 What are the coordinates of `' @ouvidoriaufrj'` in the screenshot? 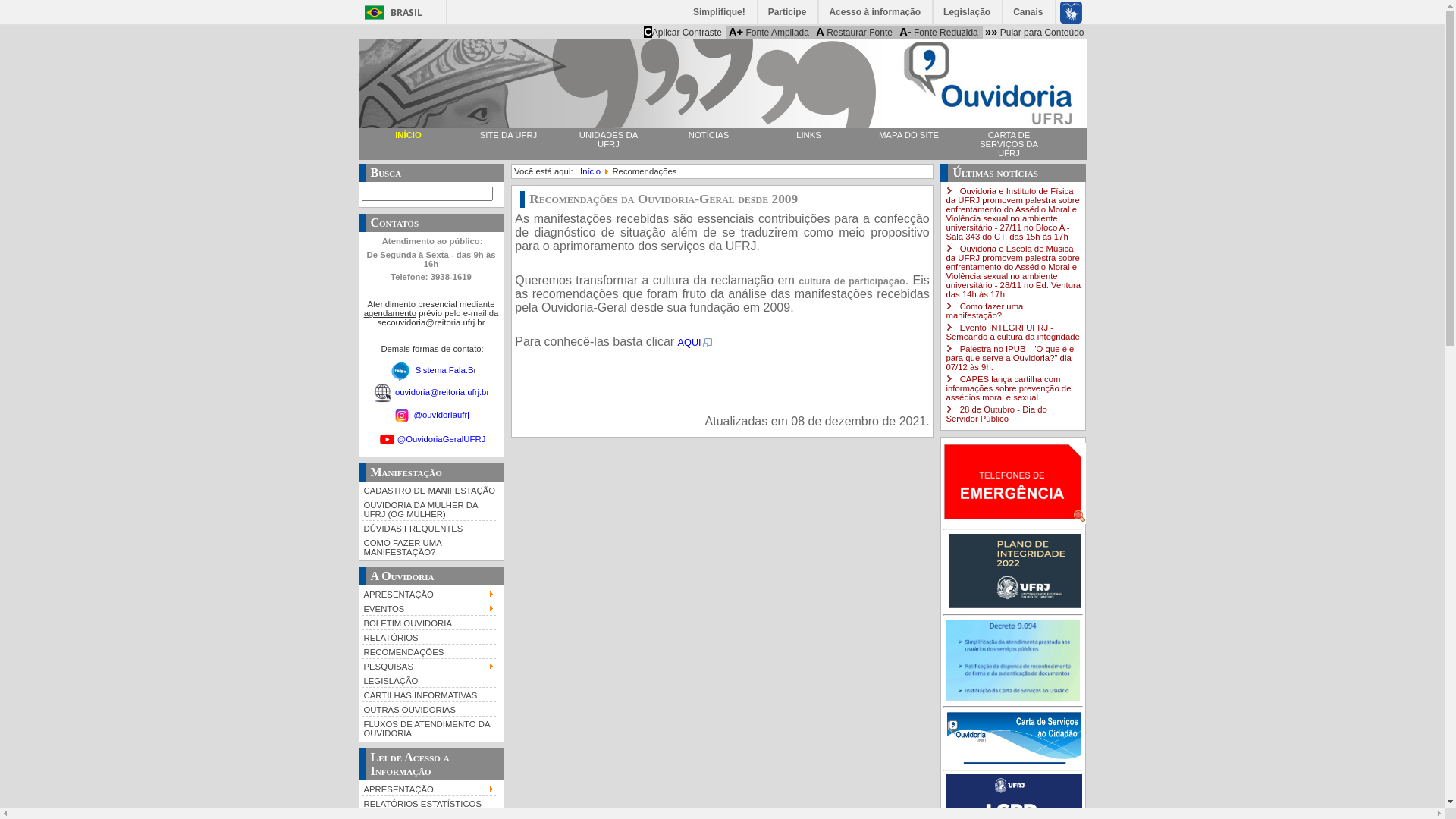 It's located at (393, 415).